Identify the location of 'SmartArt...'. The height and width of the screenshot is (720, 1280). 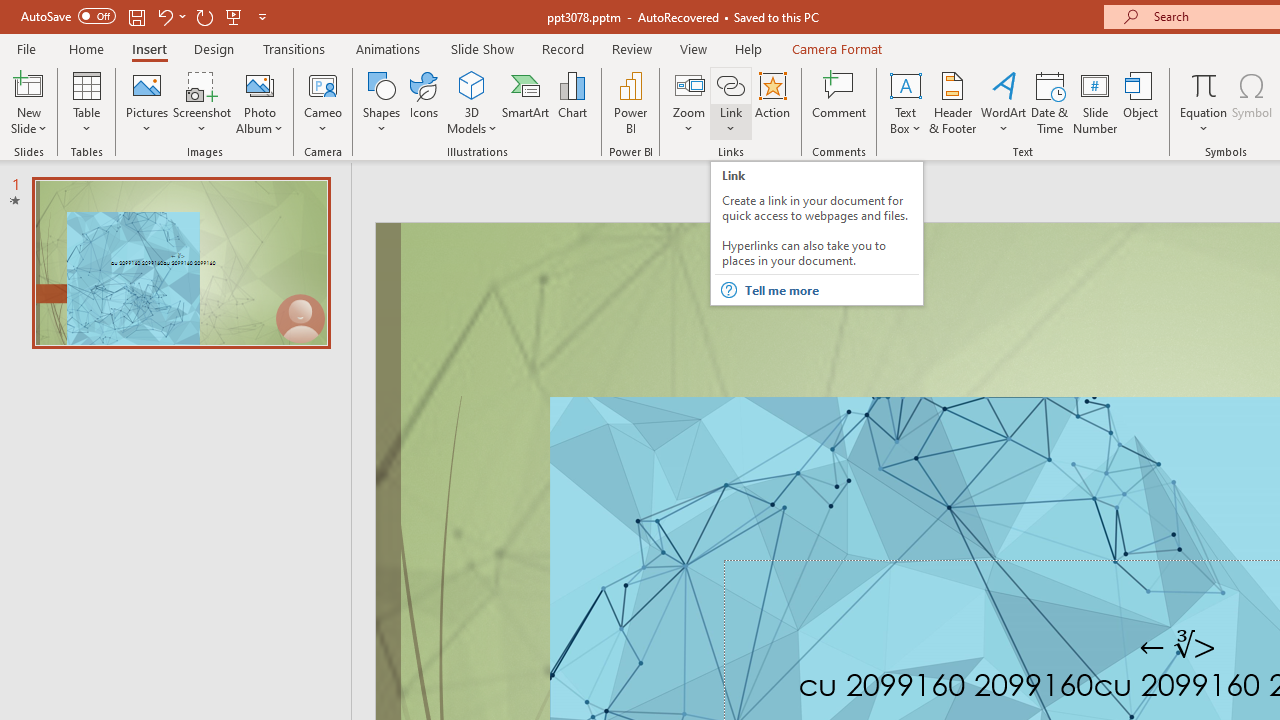
(526, 103).